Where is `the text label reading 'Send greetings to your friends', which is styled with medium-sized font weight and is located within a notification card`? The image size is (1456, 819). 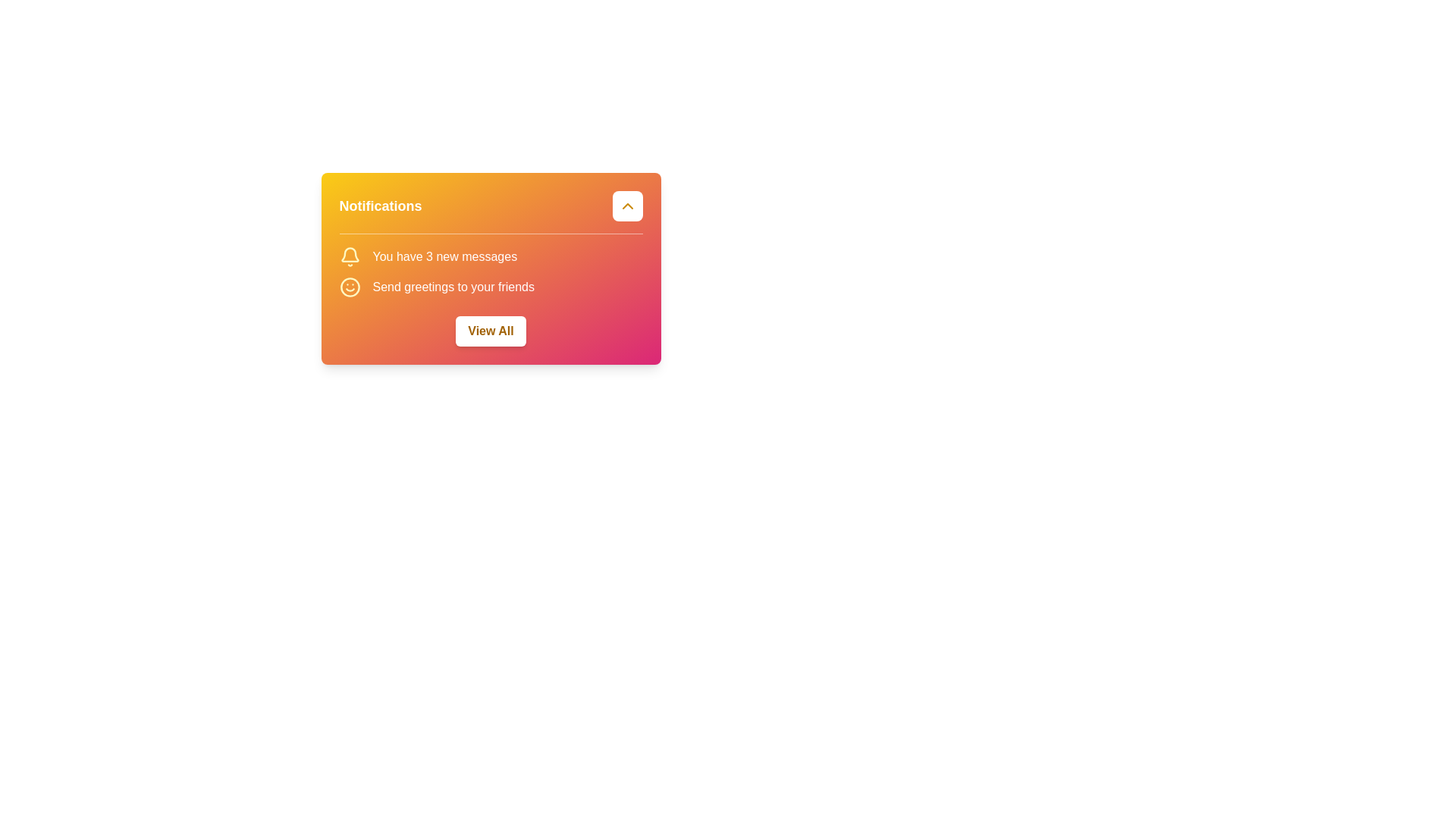 the text label reading 'Send greetings to your friends', which is styled with medium-sized font weight and is located within a notification card is located at coordinates (453, 287).